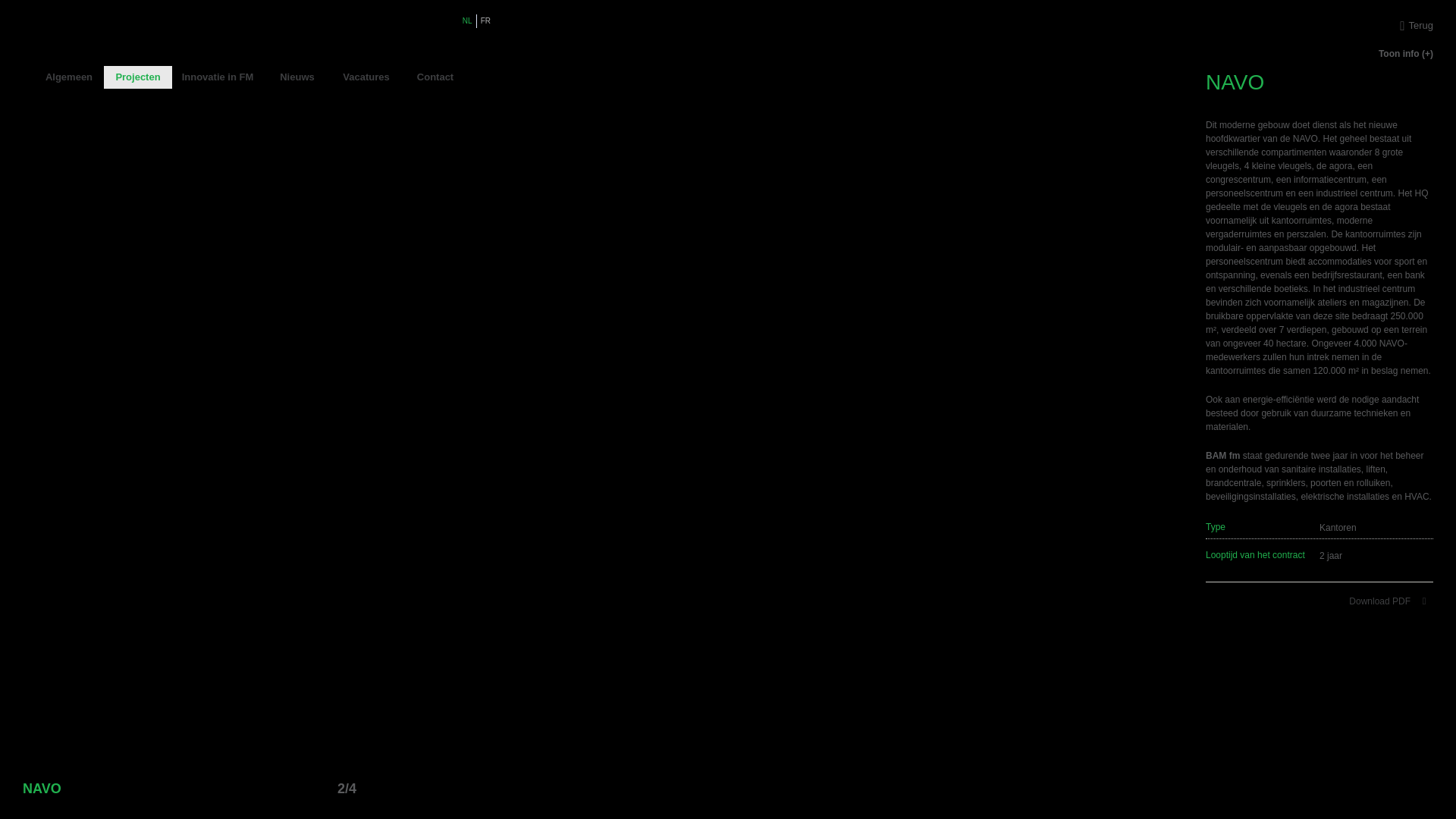  Describe the element at coordinates (466, 20) in the screenshot. I see `'NL'` at that location.